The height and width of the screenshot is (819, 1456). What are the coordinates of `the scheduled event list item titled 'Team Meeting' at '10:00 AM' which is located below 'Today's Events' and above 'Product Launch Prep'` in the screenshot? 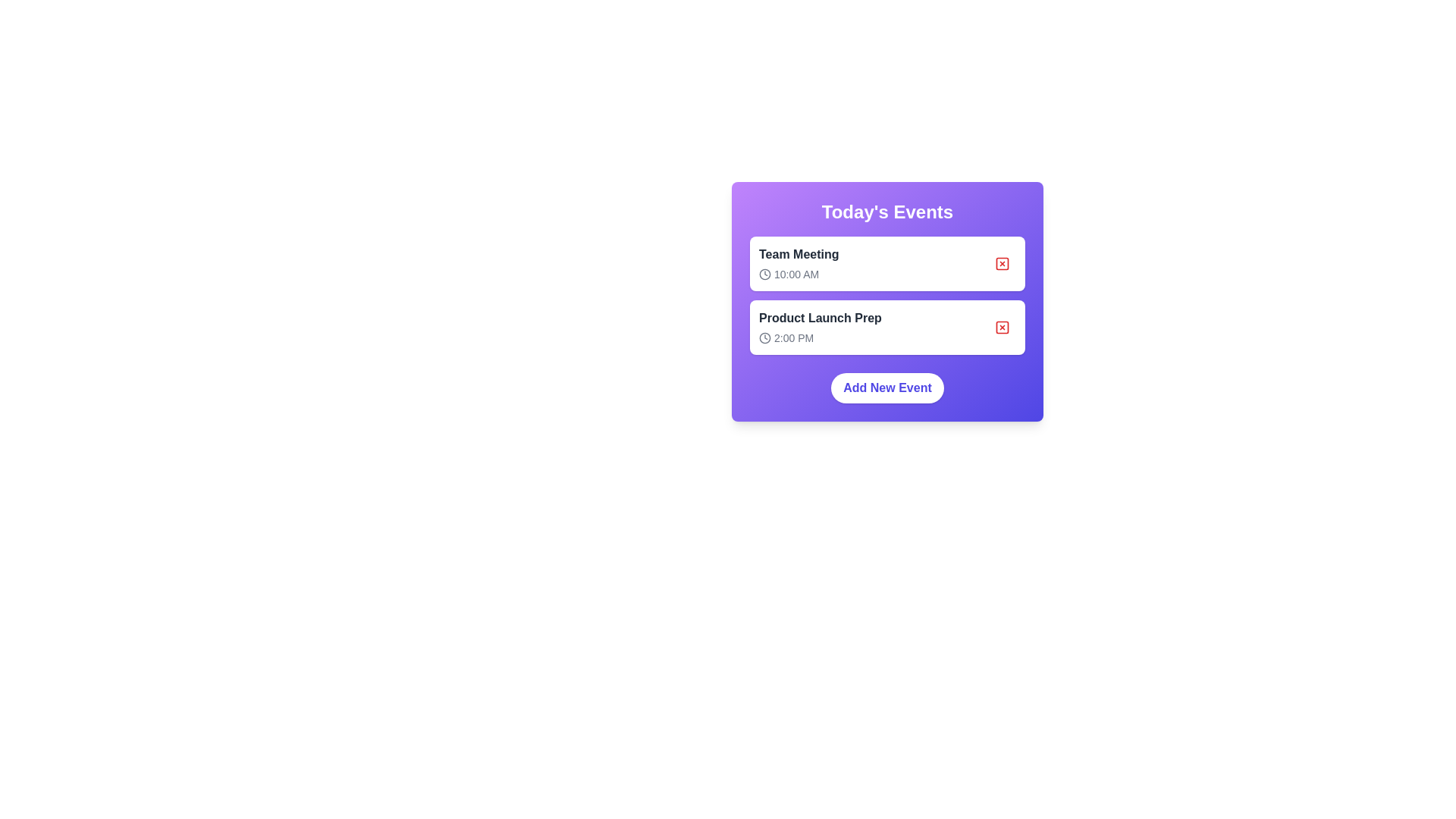 It's located at (887, 262).